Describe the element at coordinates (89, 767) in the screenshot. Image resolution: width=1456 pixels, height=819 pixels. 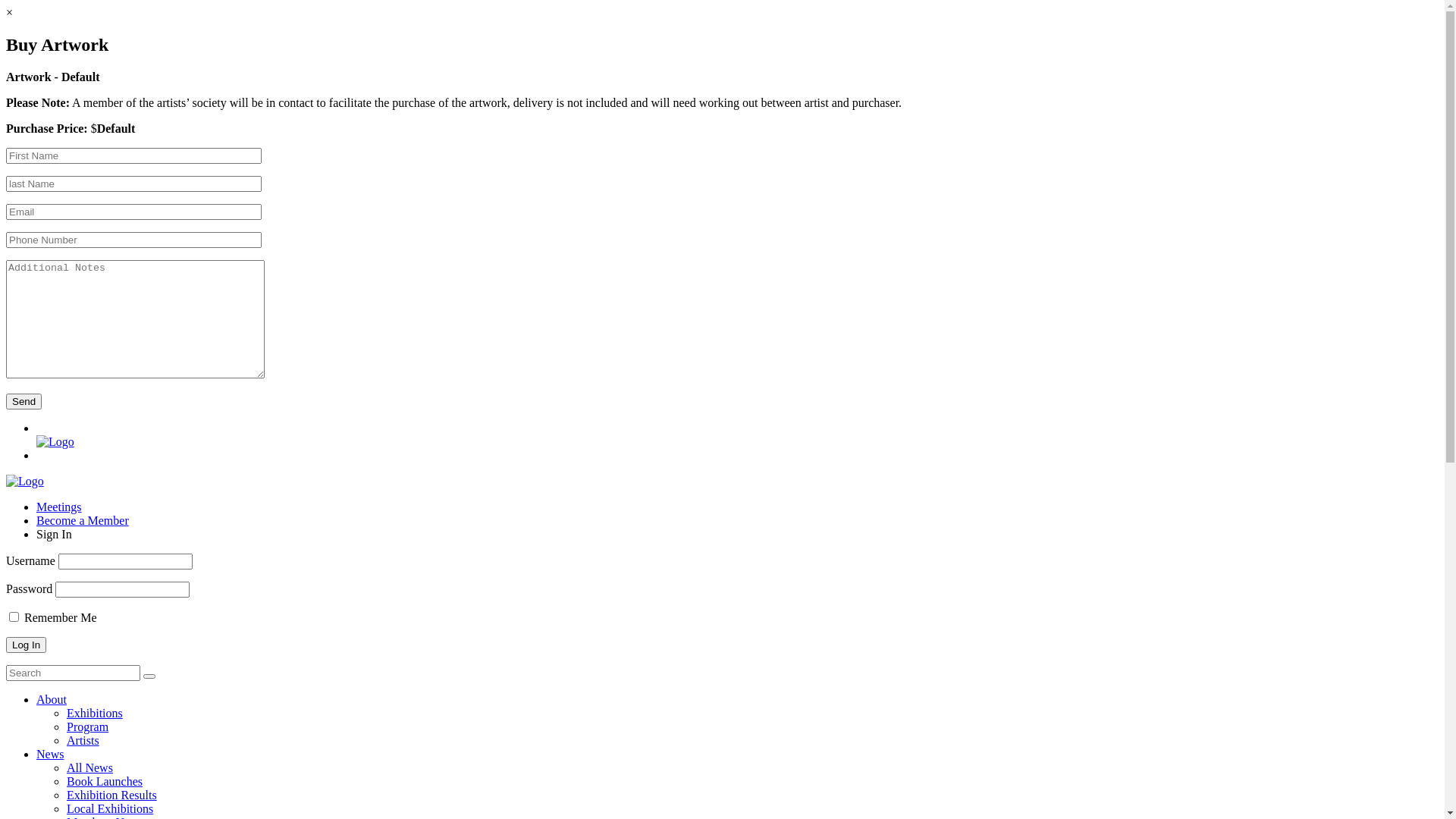
I see `'All News'` at that location.